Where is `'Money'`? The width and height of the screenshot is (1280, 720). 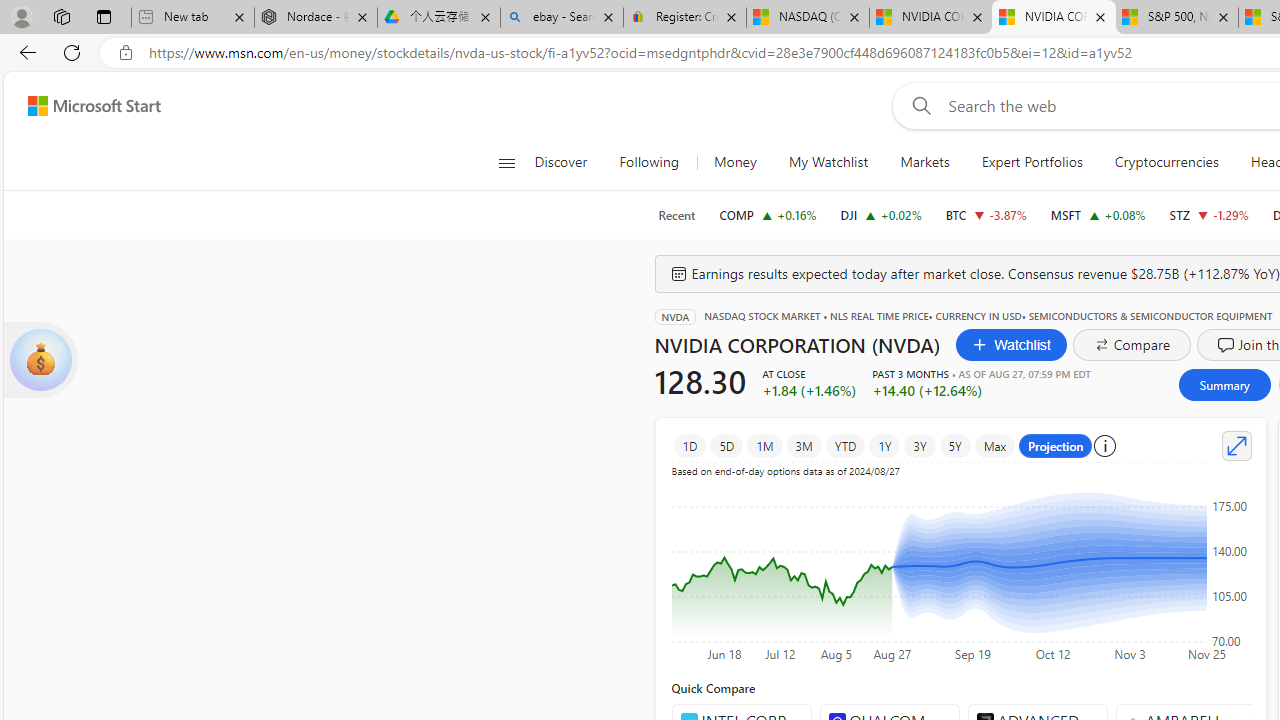 'Money' is located at coordinates (733, 162).